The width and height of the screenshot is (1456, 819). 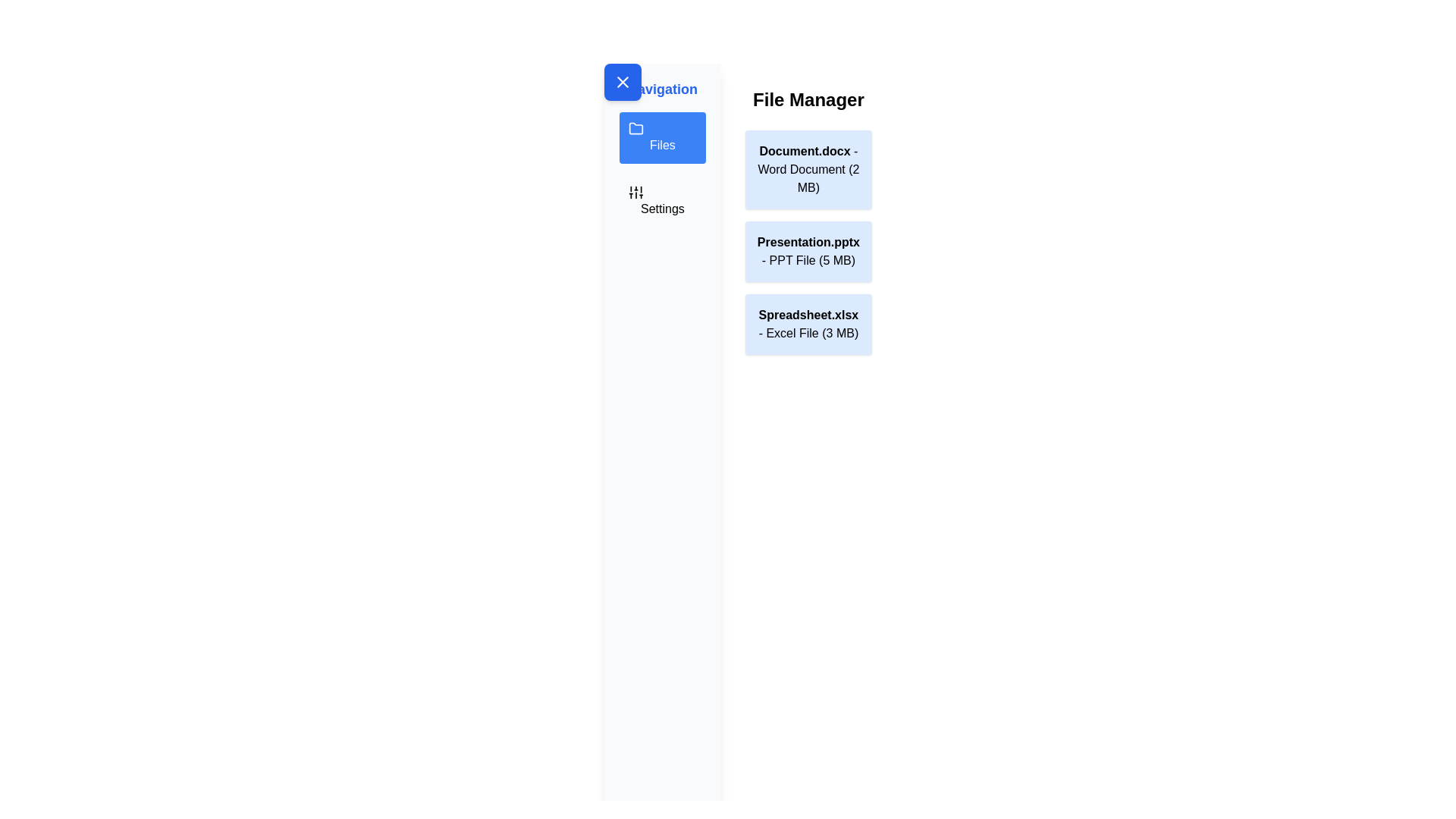 What do you see at coordinates (636, 127) in the screenshot?
I see `the 'Files' icon located to the left of the text within the Files button in the navigation bar` at bounding box center [636, 127].